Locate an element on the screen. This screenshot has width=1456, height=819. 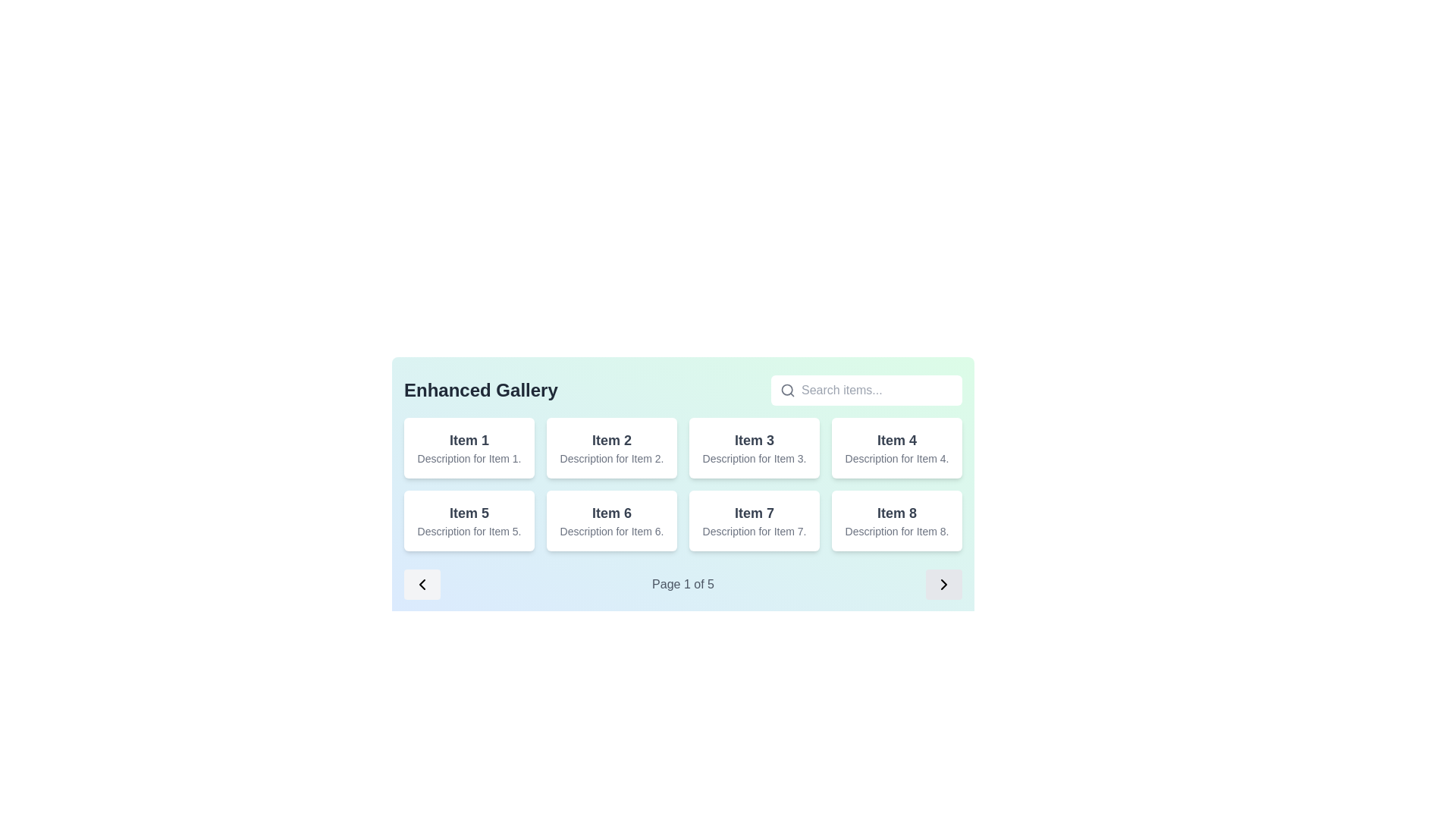
the text label displaying 'Description for Item 4.' located below the 'Item 4' title within the card structure is located at coordinates (896, 458).